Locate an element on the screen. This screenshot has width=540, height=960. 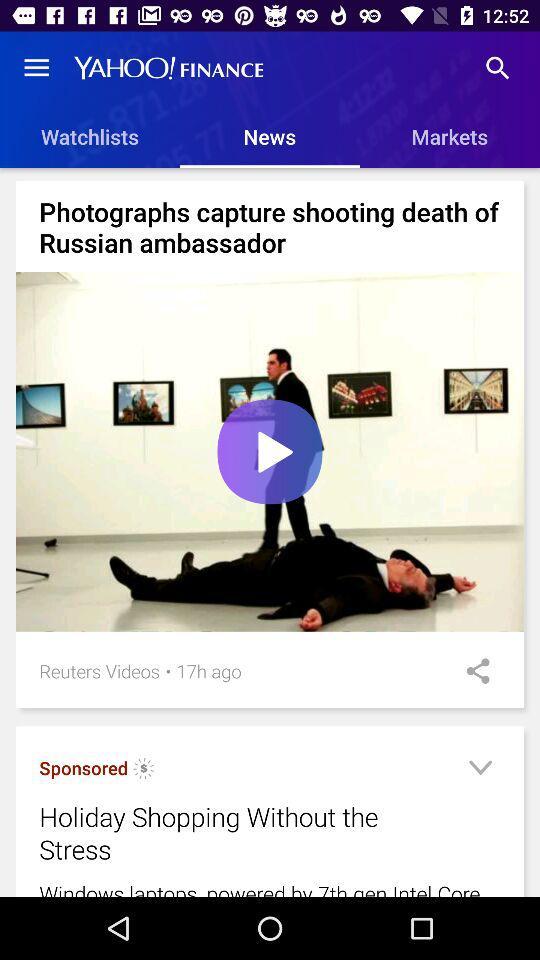
the item below photographs capture shooting item is located at coordinates (270, 451).